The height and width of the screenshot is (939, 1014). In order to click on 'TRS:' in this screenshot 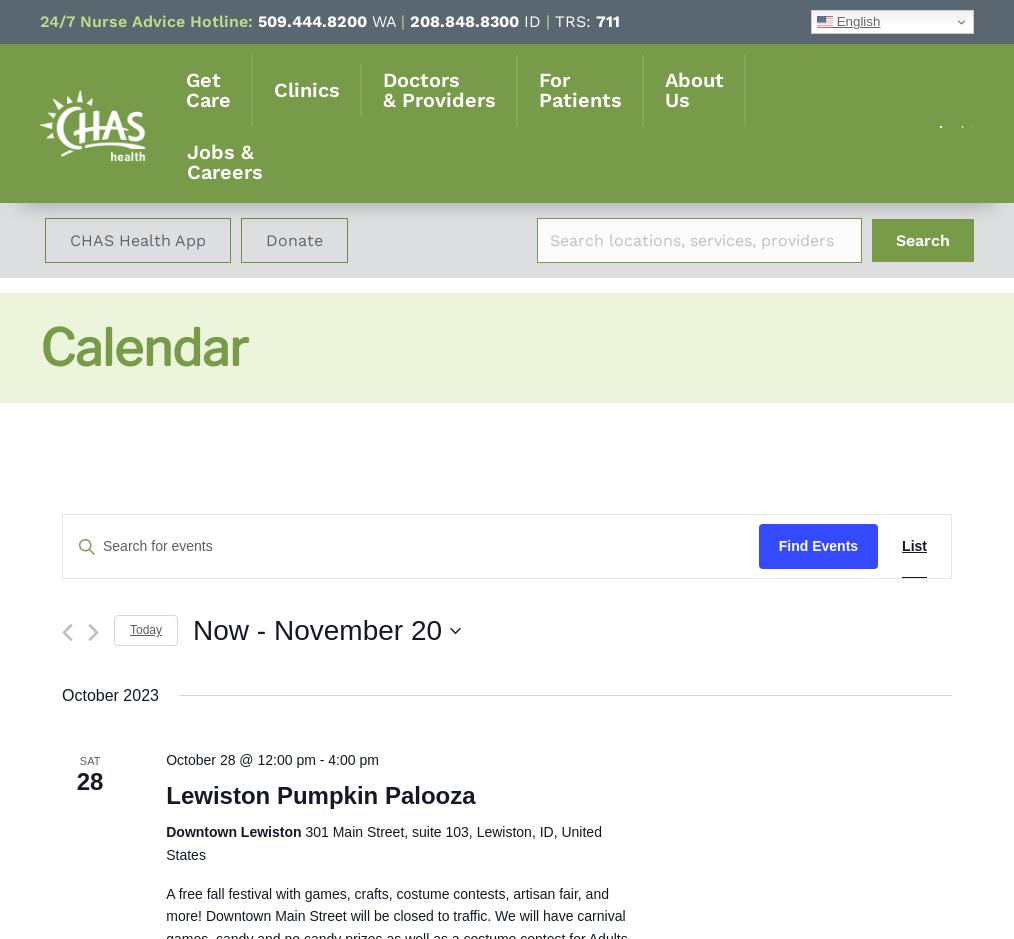, I will do `click(548, 21)`.